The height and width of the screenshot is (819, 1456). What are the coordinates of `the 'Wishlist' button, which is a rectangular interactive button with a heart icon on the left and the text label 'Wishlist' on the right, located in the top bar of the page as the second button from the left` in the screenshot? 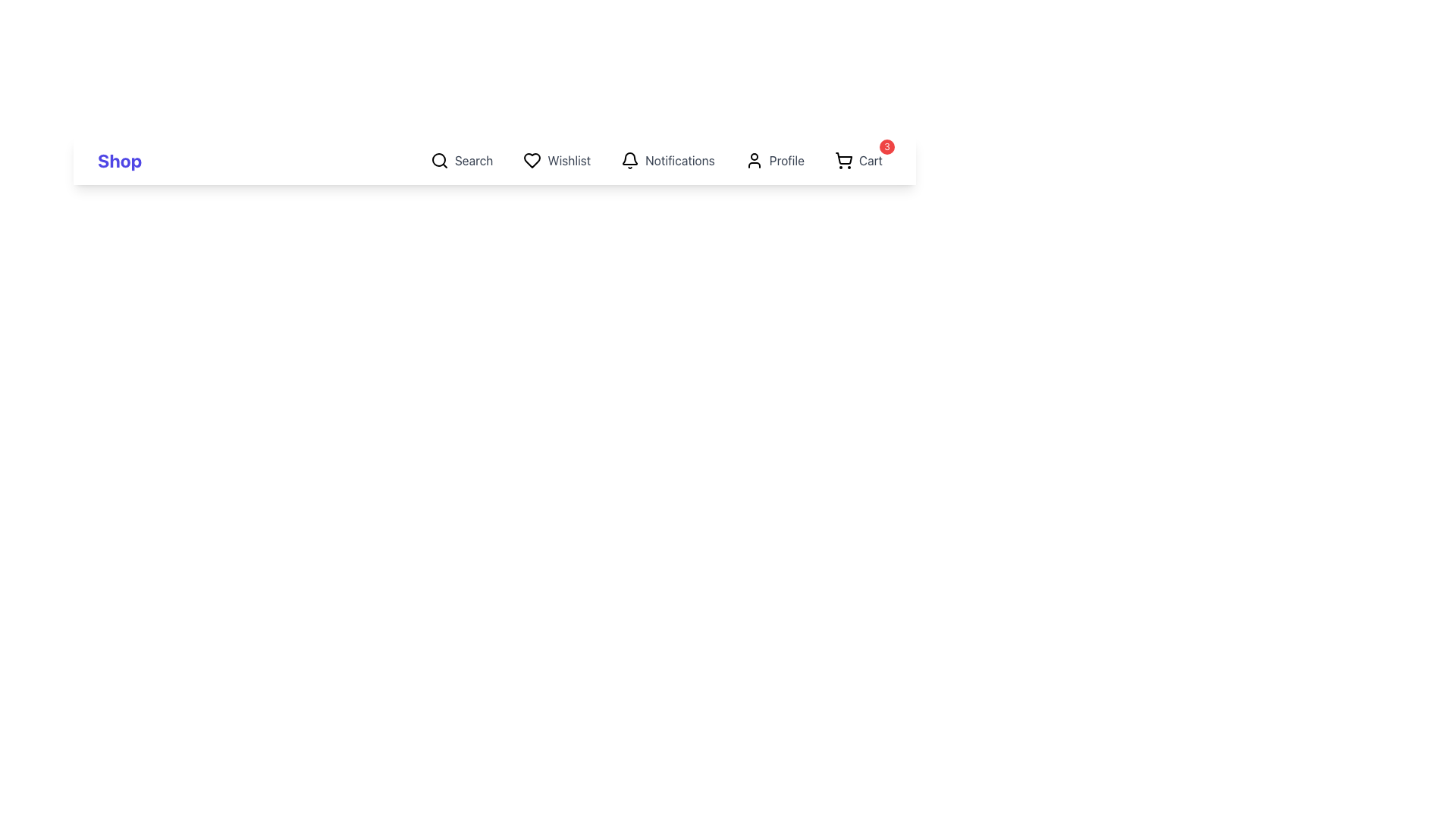 It's located at (556, 161).